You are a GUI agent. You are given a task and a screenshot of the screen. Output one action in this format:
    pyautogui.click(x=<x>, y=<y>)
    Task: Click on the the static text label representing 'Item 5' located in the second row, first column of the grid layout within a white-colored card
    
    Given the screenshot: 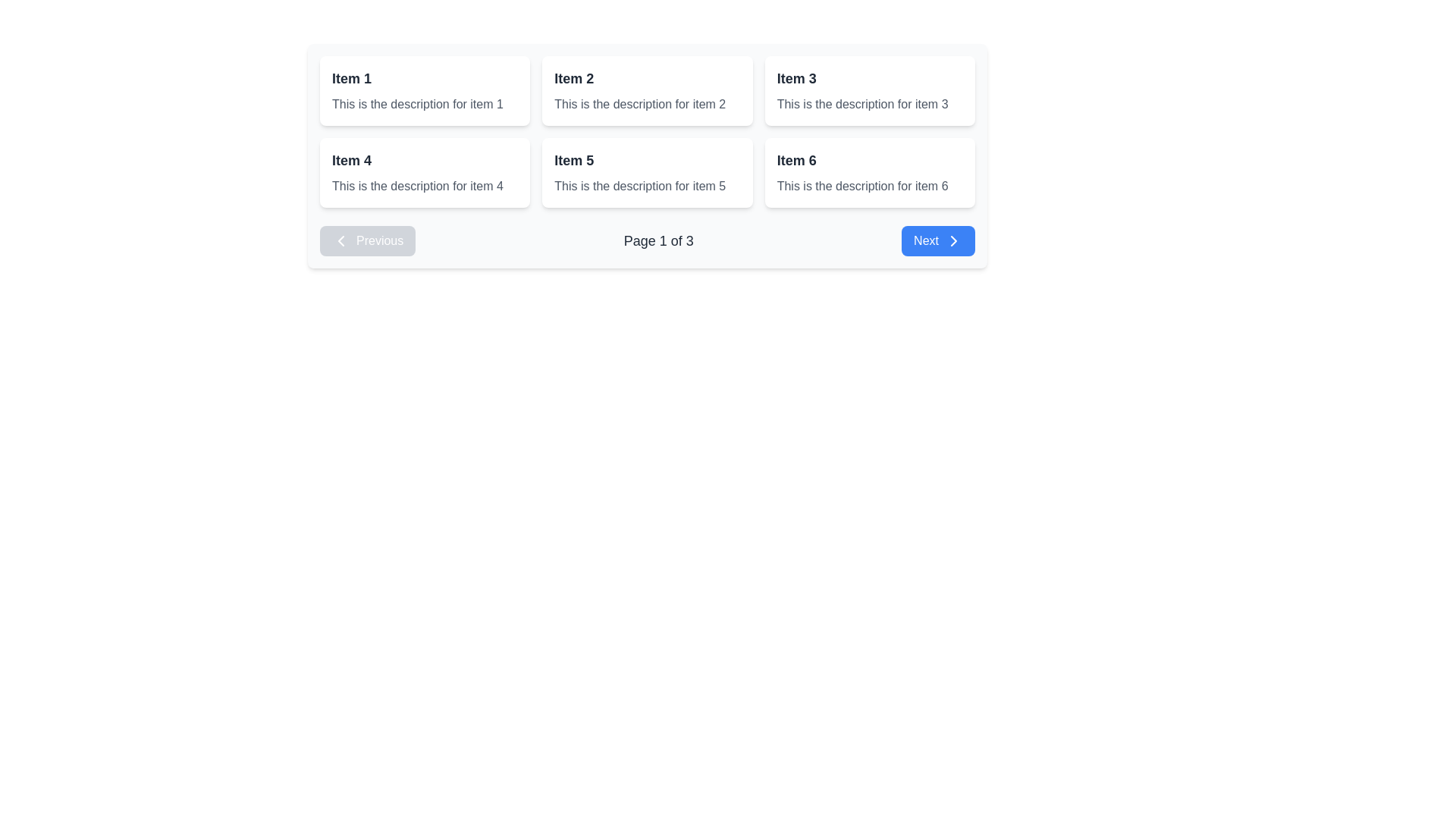 What is the action you would take?
    pyautogui.click(x=573, y=161)
    